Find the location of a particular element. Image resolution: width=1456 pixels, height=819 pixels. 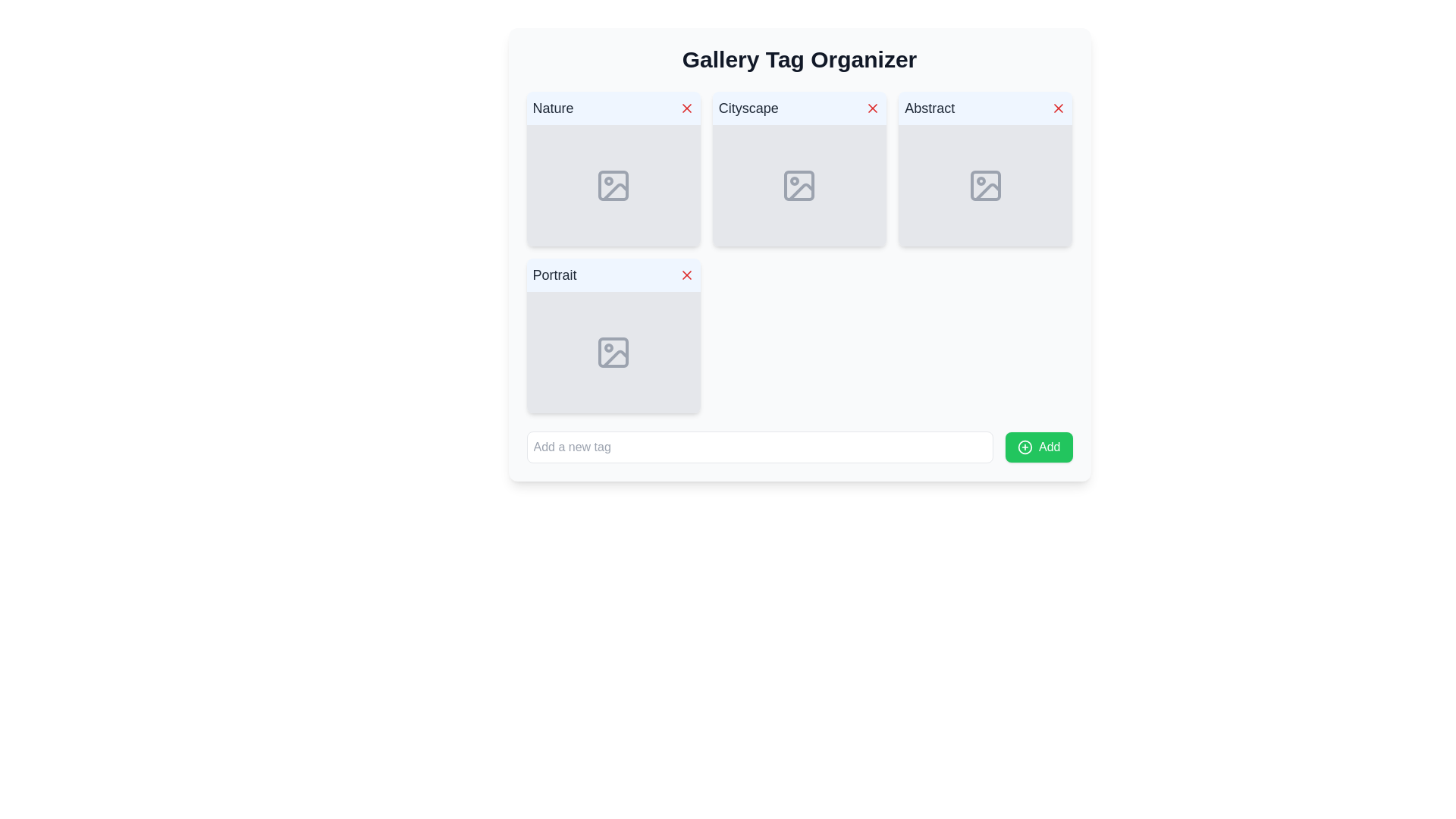

the red diagonal cross icon located in the top-right corner of the 'Portrait' tag card is located at coordinates (686, 275).